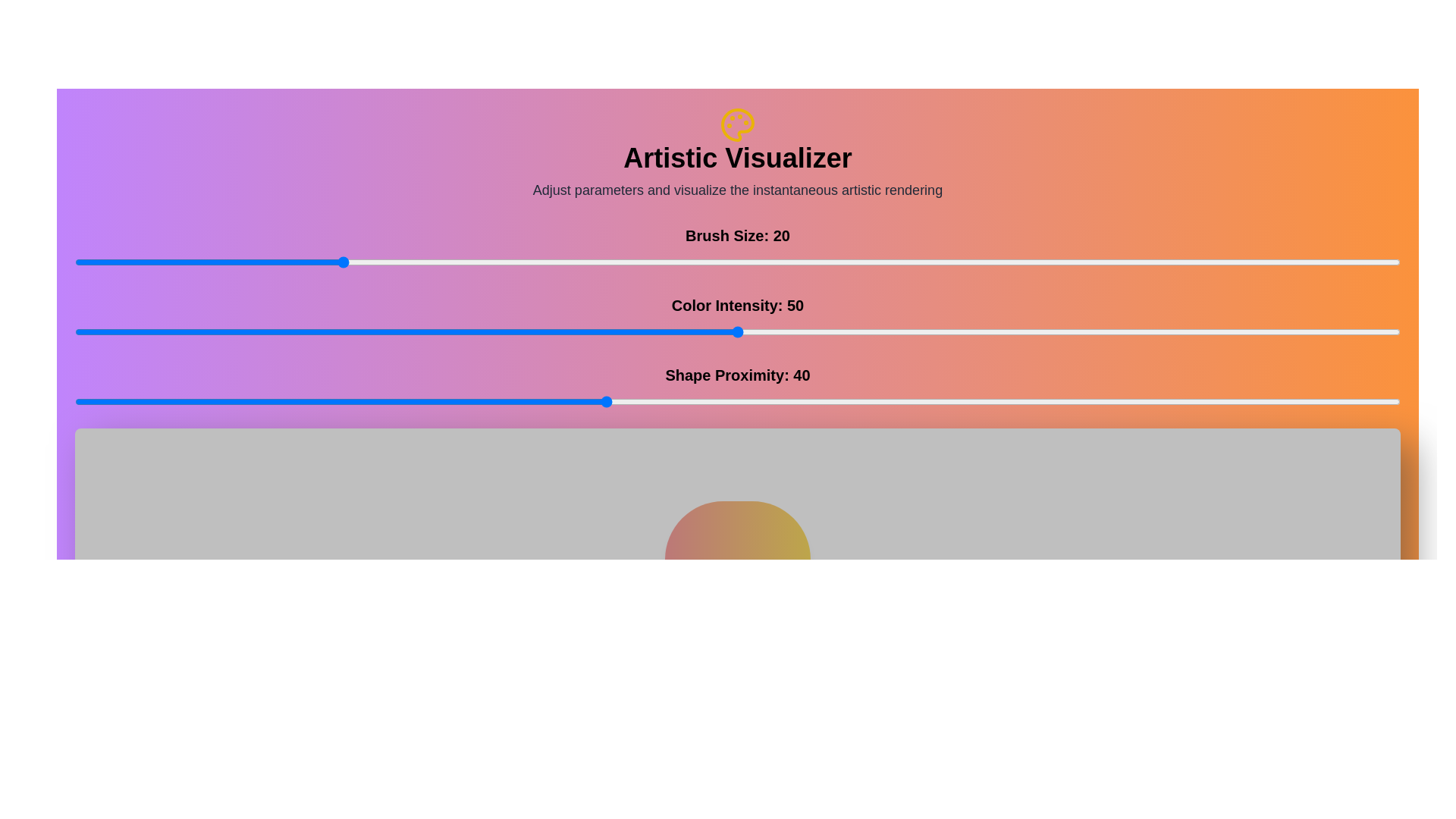  What do you see at coordinates (976, 400) in the screenshot?
I see `the 'Shape Proximity' slider to 68 value` at bounding box center [976, 400].